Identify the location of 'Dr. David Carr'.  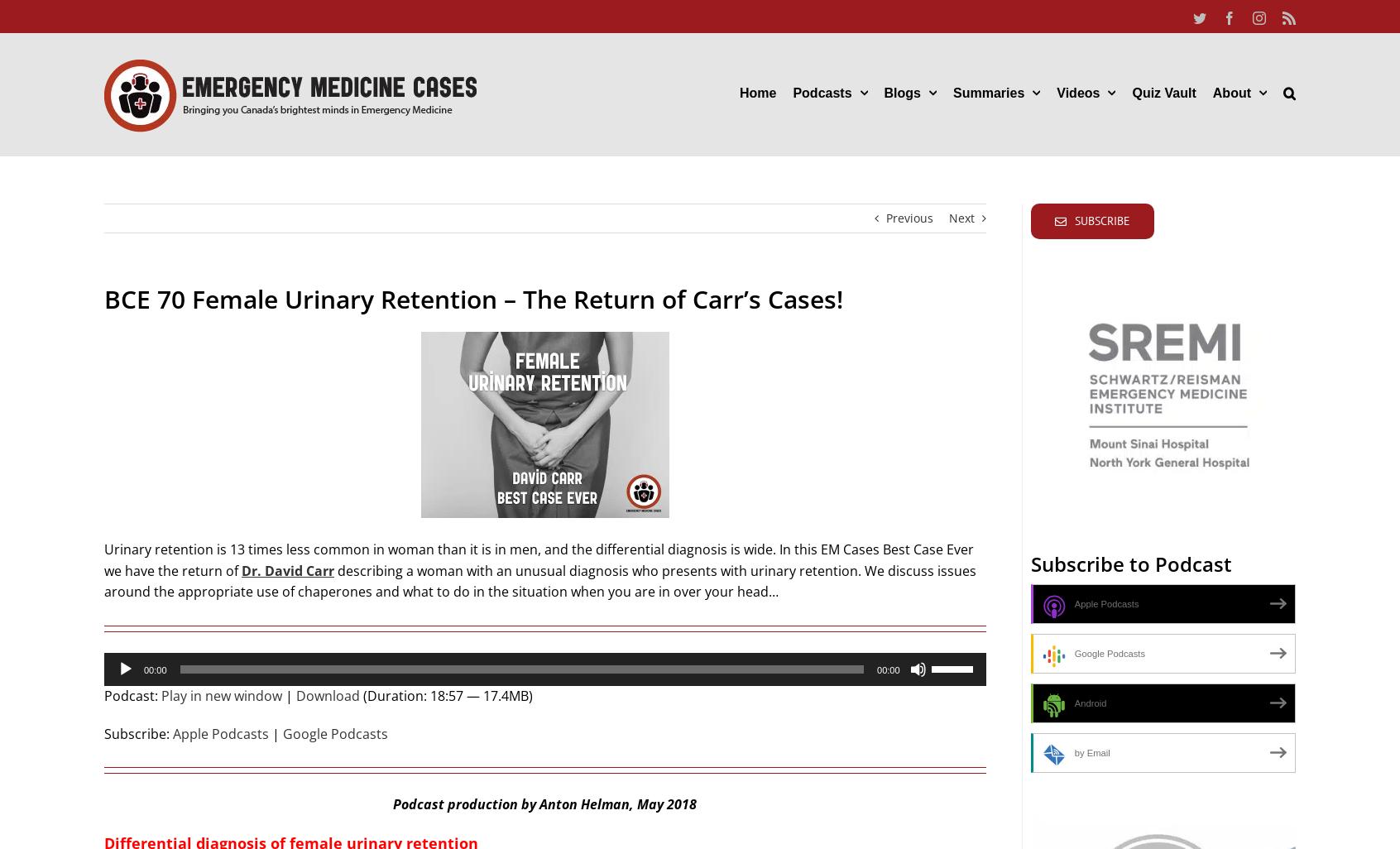
(241, 569).